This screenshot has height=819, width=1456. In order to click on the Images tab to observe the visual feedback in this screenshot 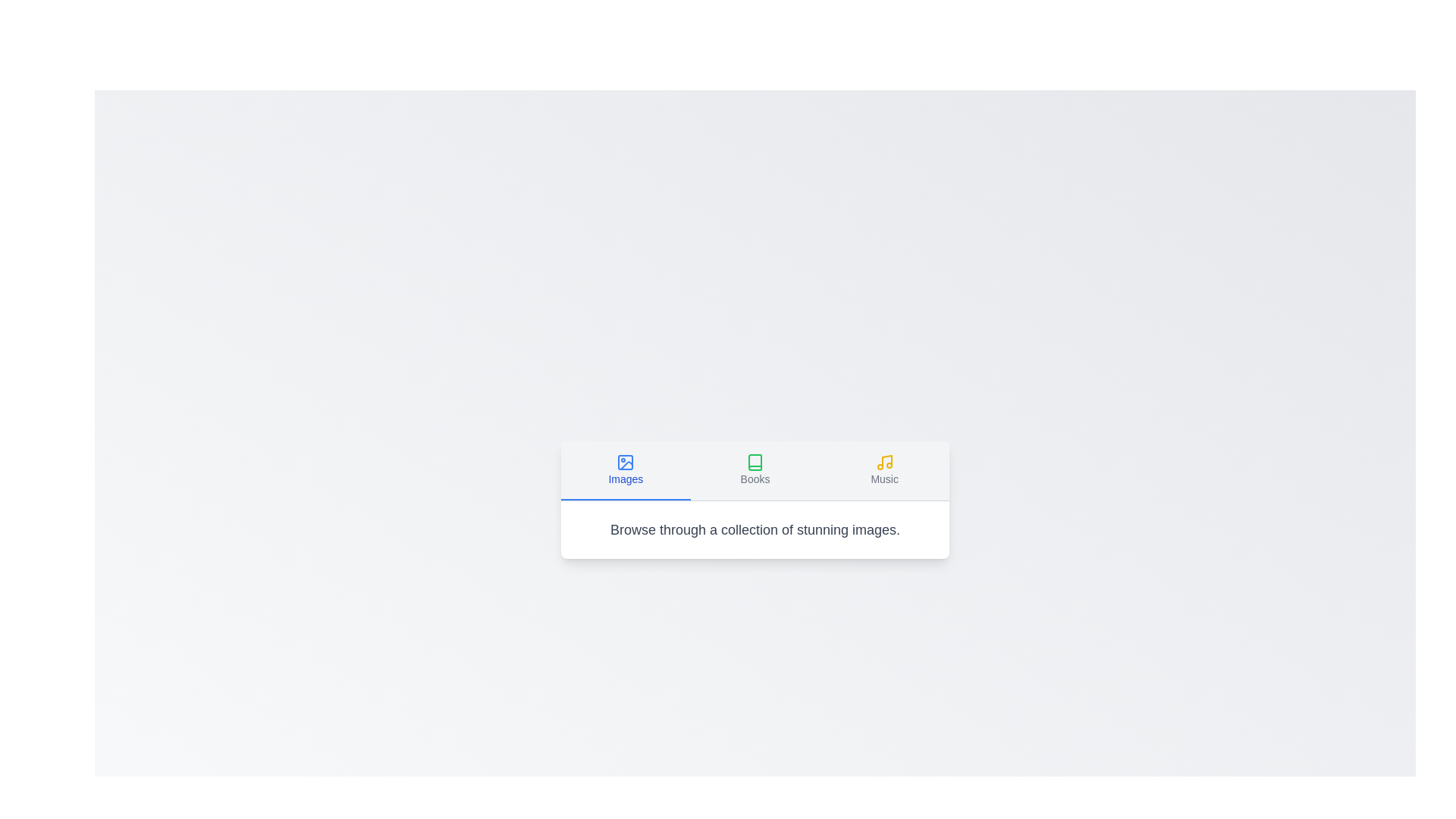, I will do `click(626, 469)`.